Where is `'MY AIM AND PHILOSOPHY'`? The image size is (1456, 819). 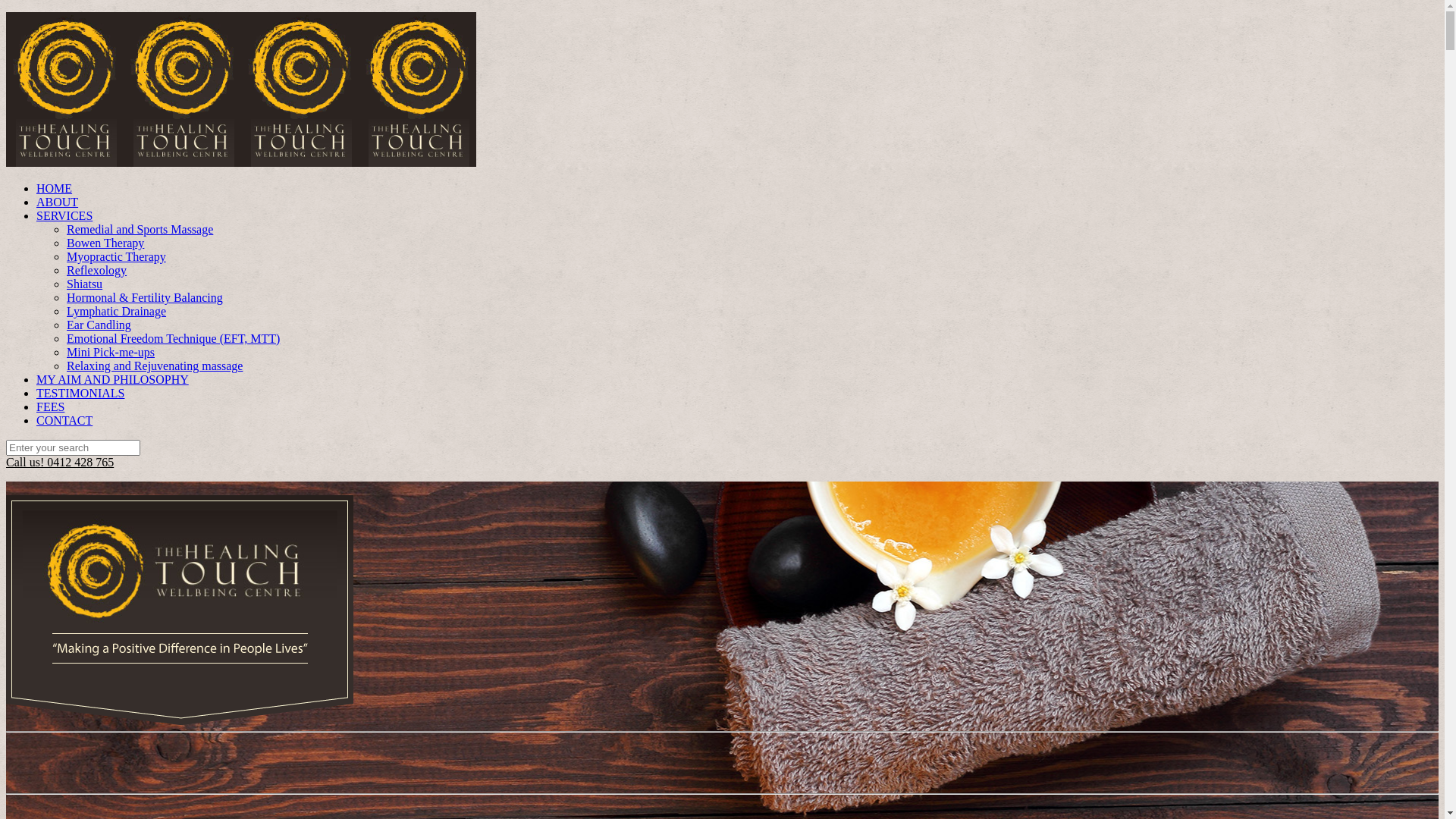 'MY AIM AND PHILOSOPHY' is located at coordinates (111, 378).